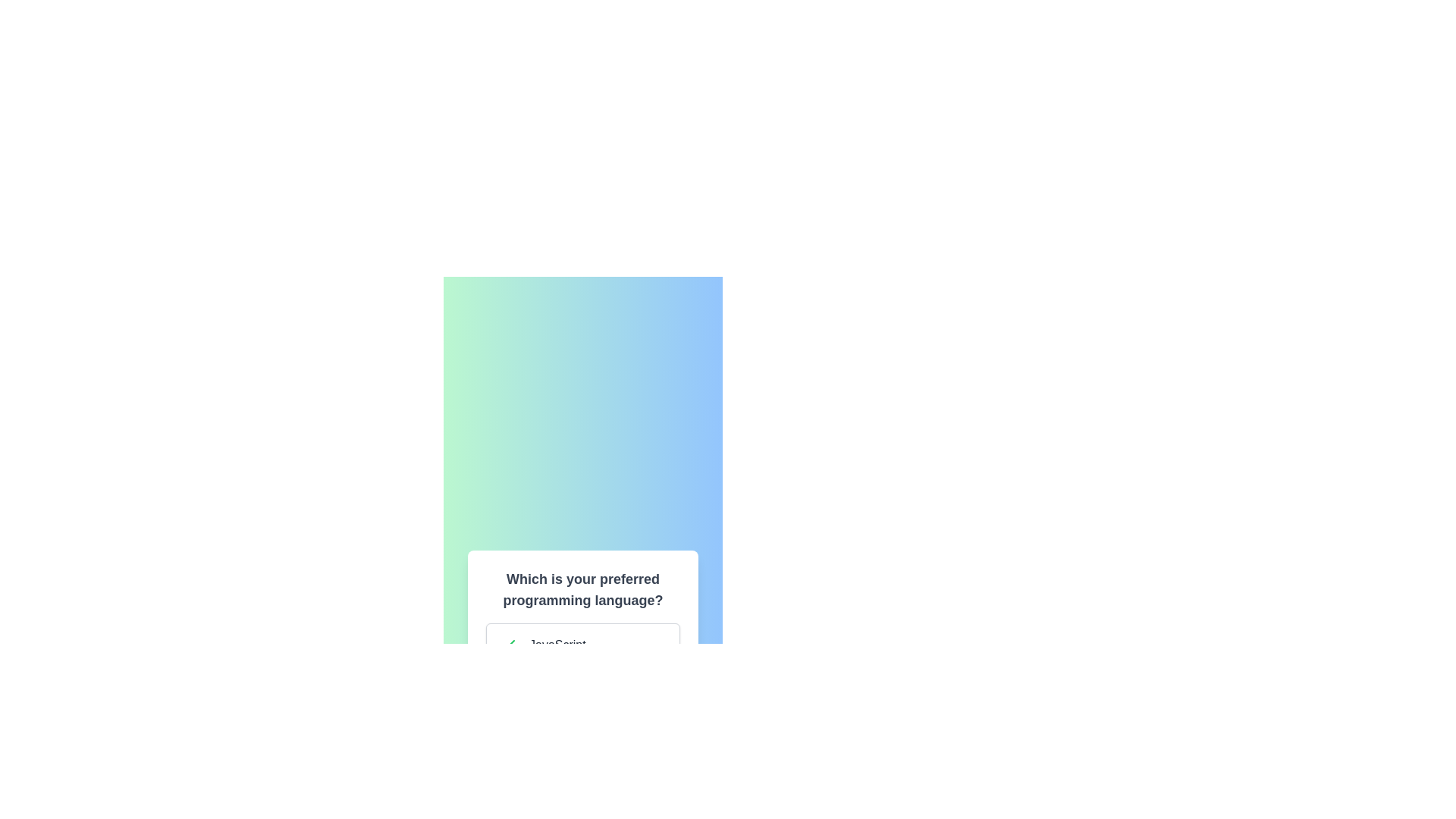  What do you see at coordinates (582, 645) in the screenshot?
I see `the topmost selectable option for 'JavaScript' in the programming language list` at bounding box center [582, 645].